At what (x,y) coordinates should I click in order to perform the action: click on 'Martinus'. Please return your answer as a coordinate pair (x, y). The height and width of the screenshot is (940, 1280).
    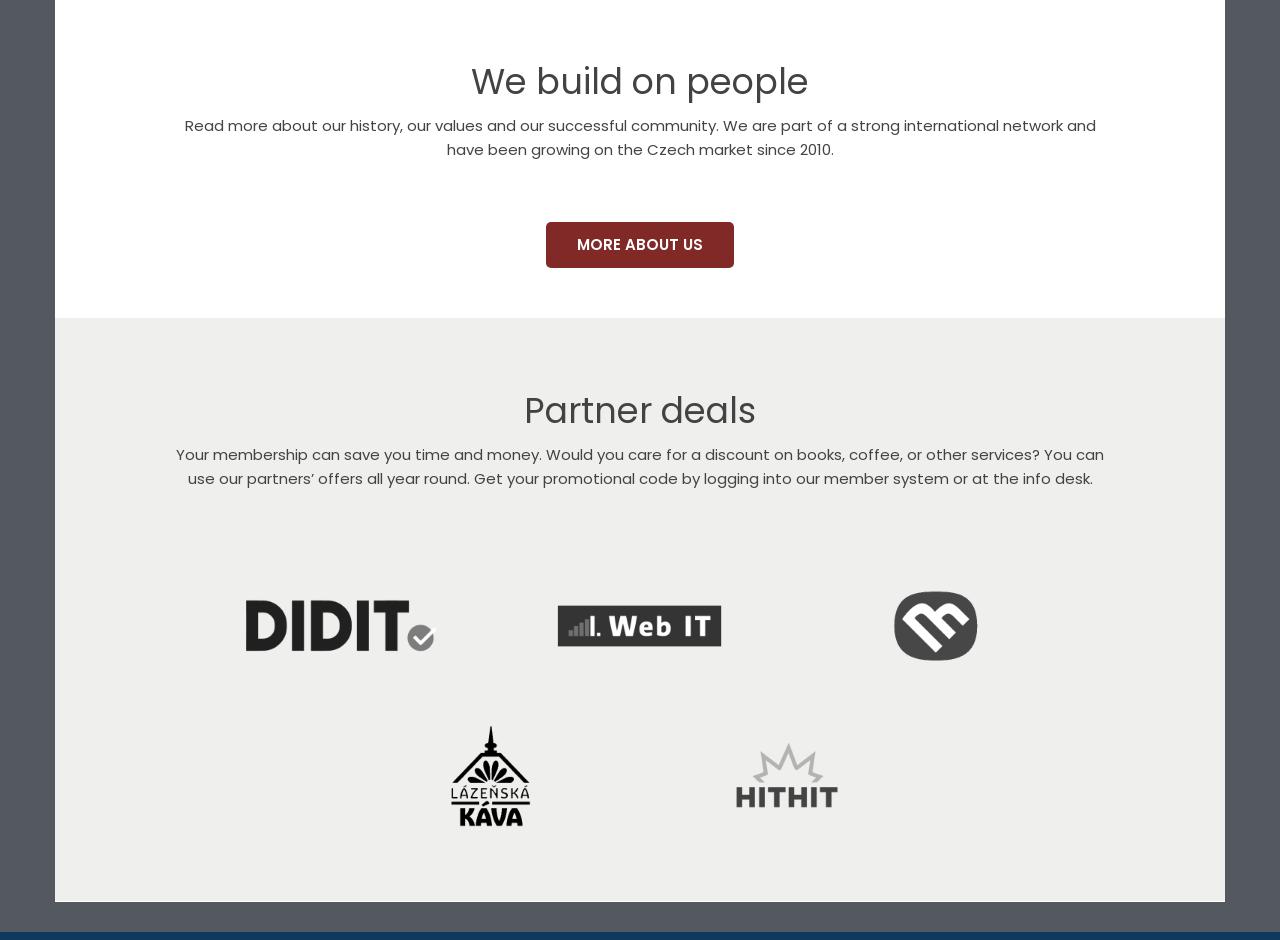
    Looking at the image, I should click on (893, 844).